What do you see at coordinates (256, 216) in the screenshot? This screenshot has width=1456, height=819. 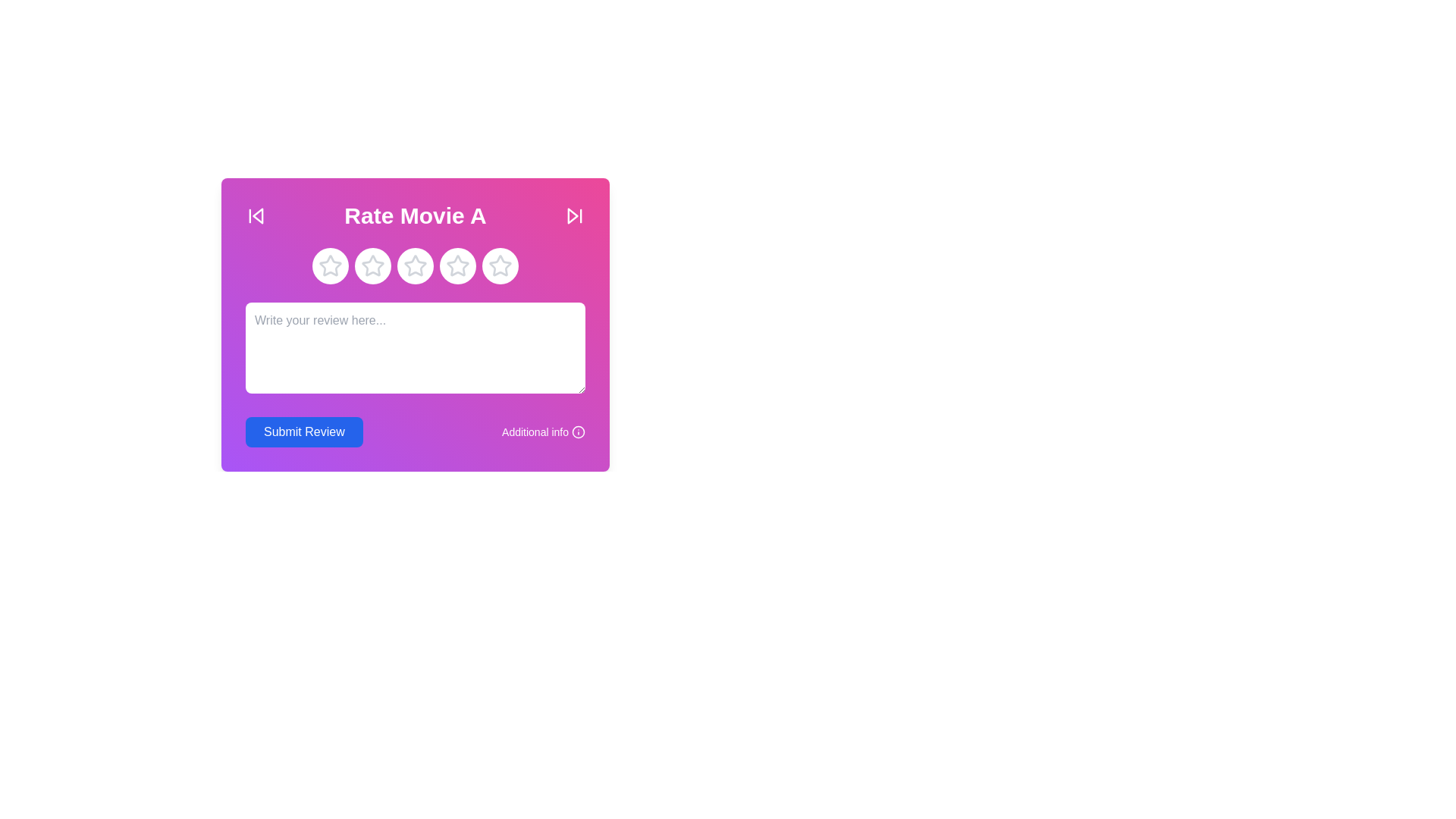 I see `the 'skip back' button, which is a white icon on a pink background located at the top-left corner of the dialog box` at bounding box center [256, 216].